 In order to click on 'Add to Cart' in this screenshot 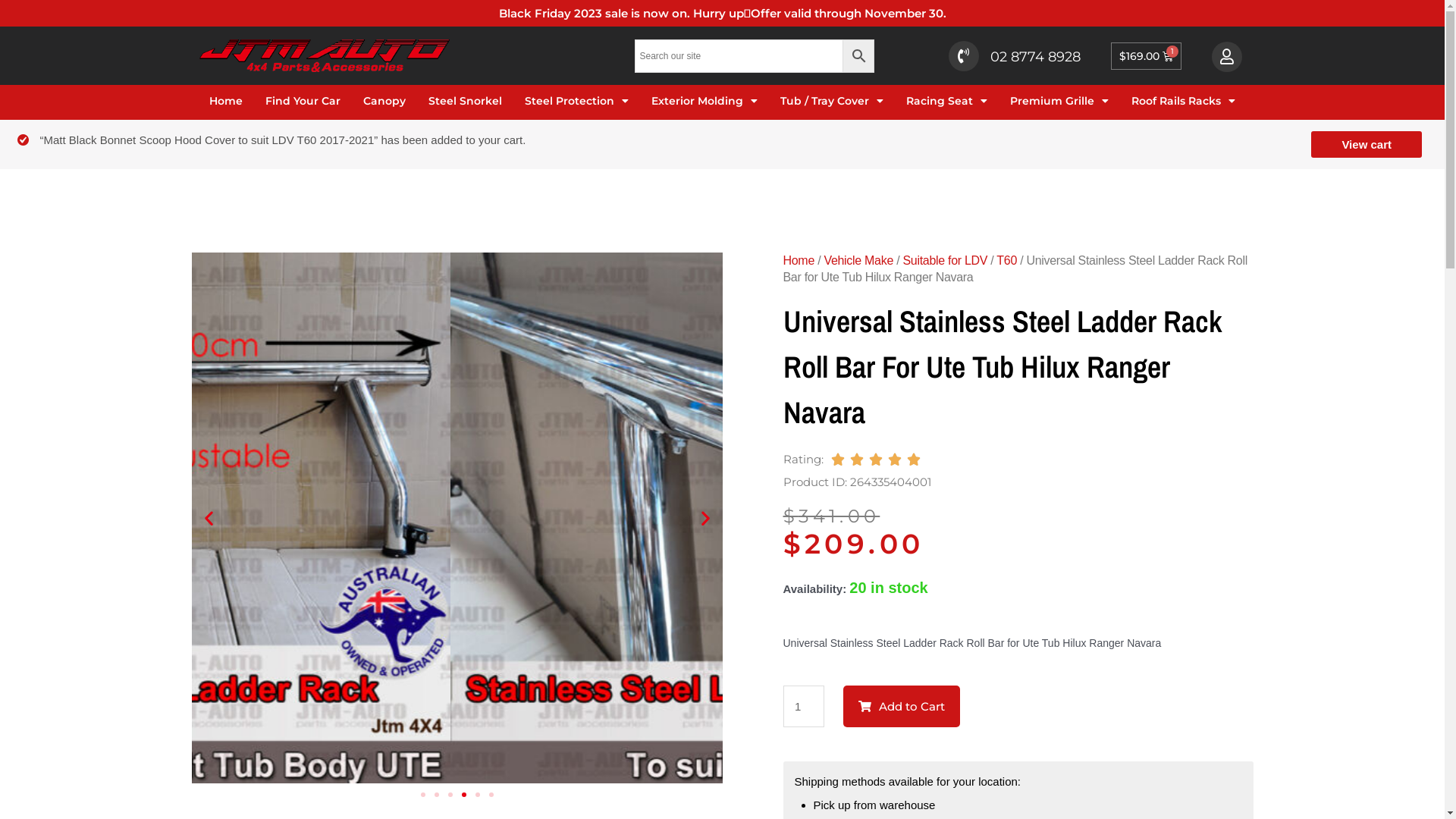, I will do `click(902, 706)`.